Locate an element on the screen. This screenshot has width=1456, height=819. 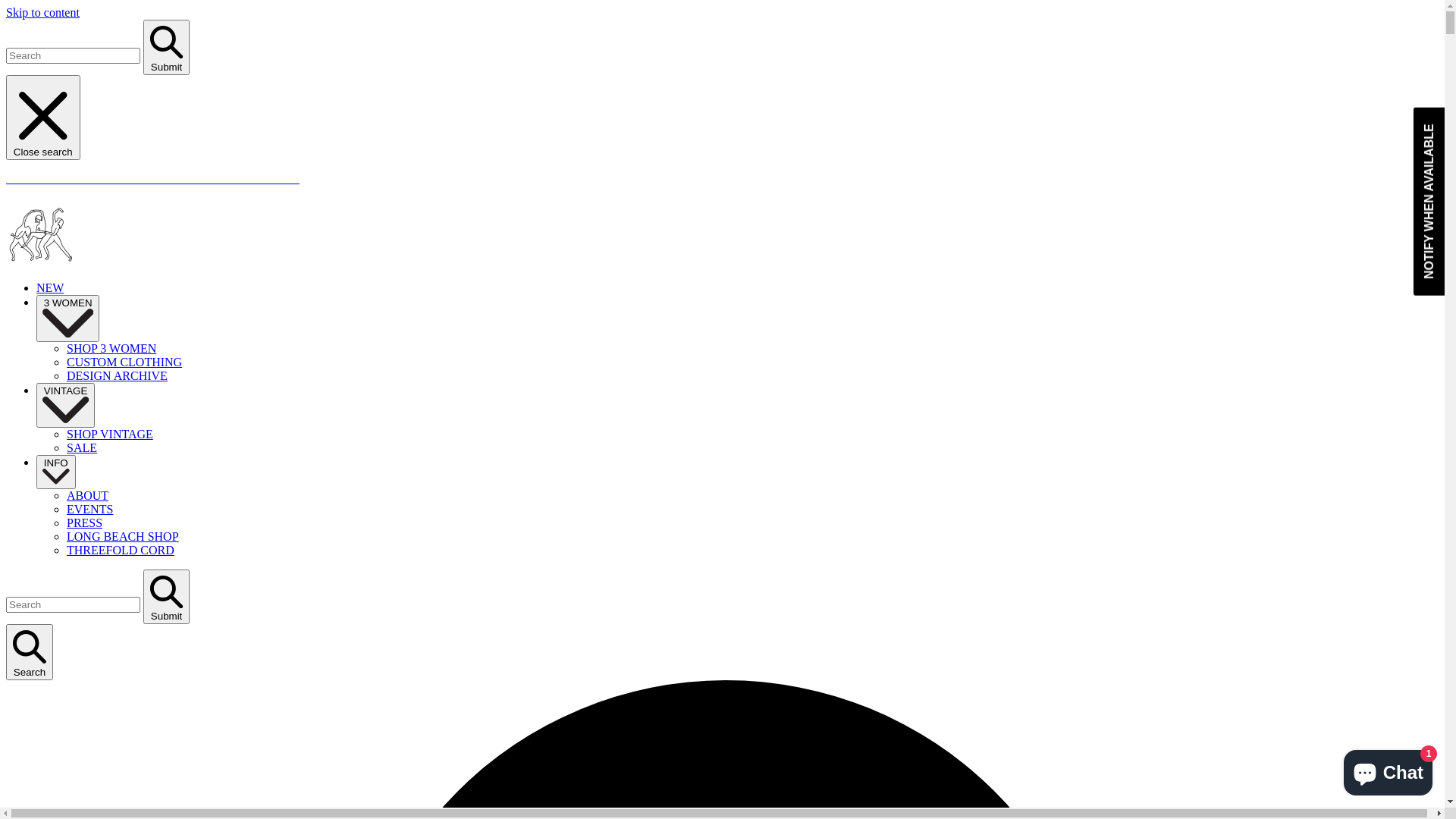
'ABOUT' is located at coordinates (86, 495).